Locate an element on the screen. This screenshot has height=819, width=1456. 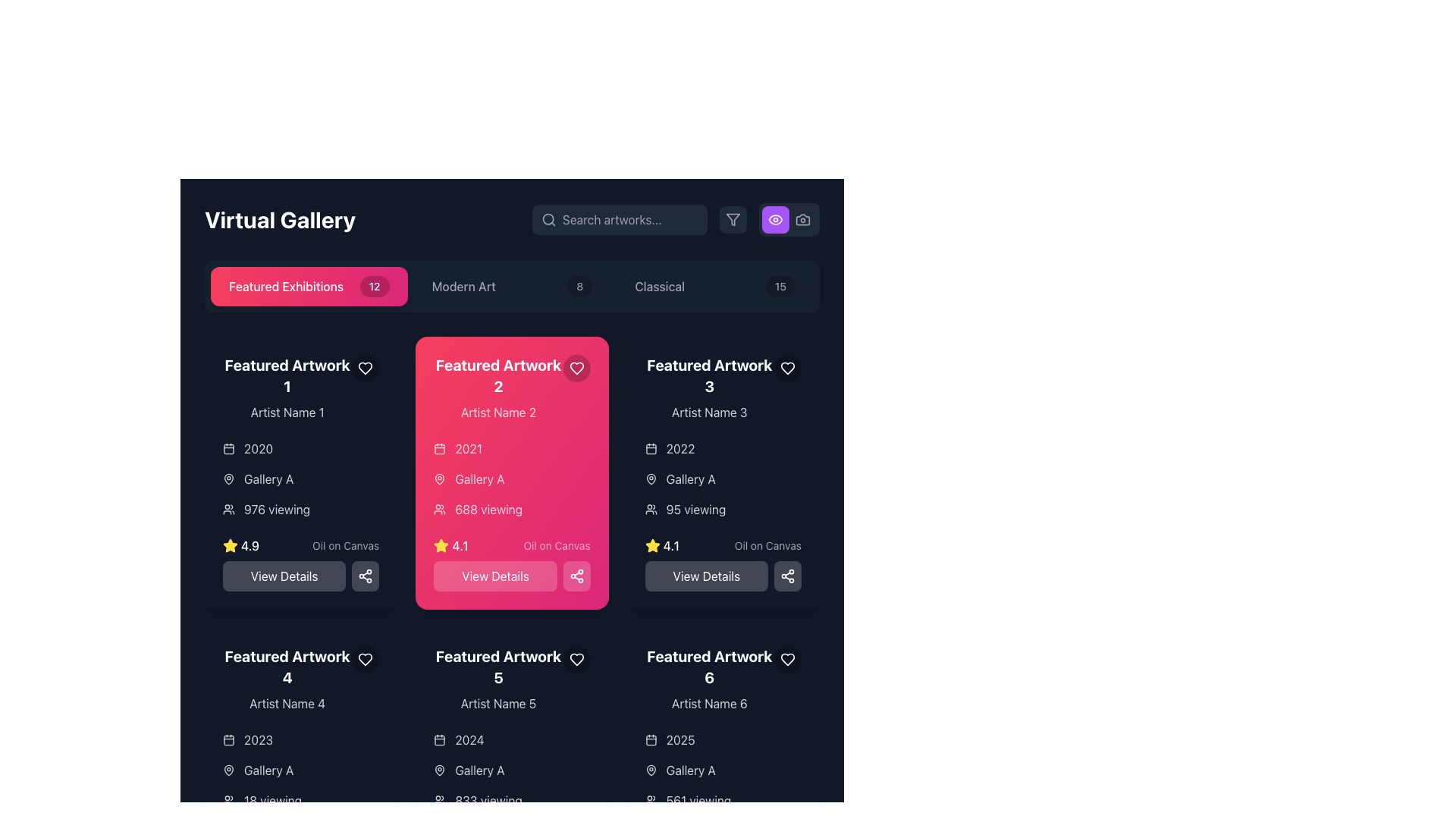
the map pin icon located to the left of the text 'Gallery A', which is the first element in its group is located at coordinates (651, 479).